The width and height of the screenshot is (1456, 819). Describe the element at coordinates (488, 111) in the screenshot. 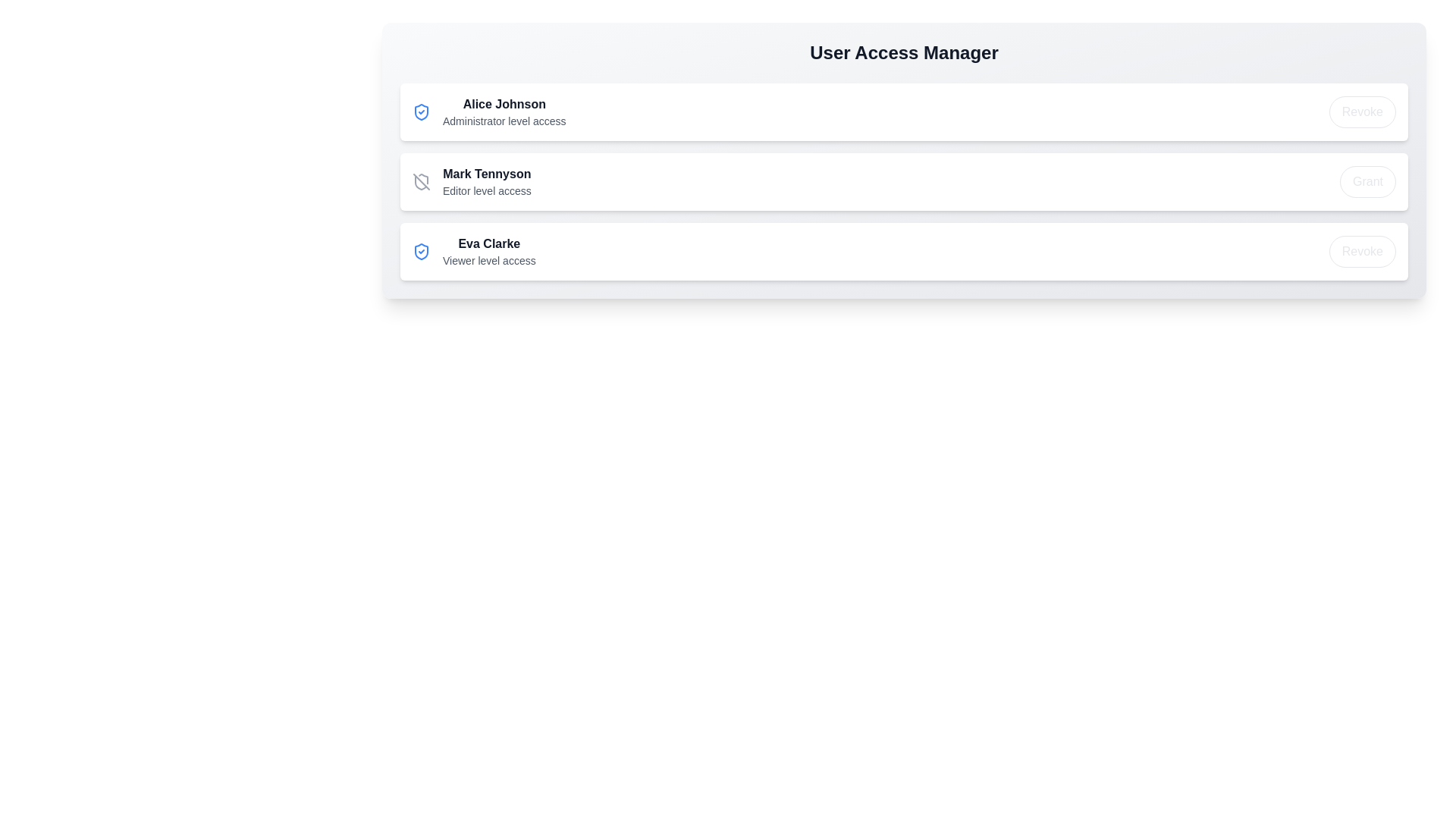

I see `the user element to view detailed information` at that location.